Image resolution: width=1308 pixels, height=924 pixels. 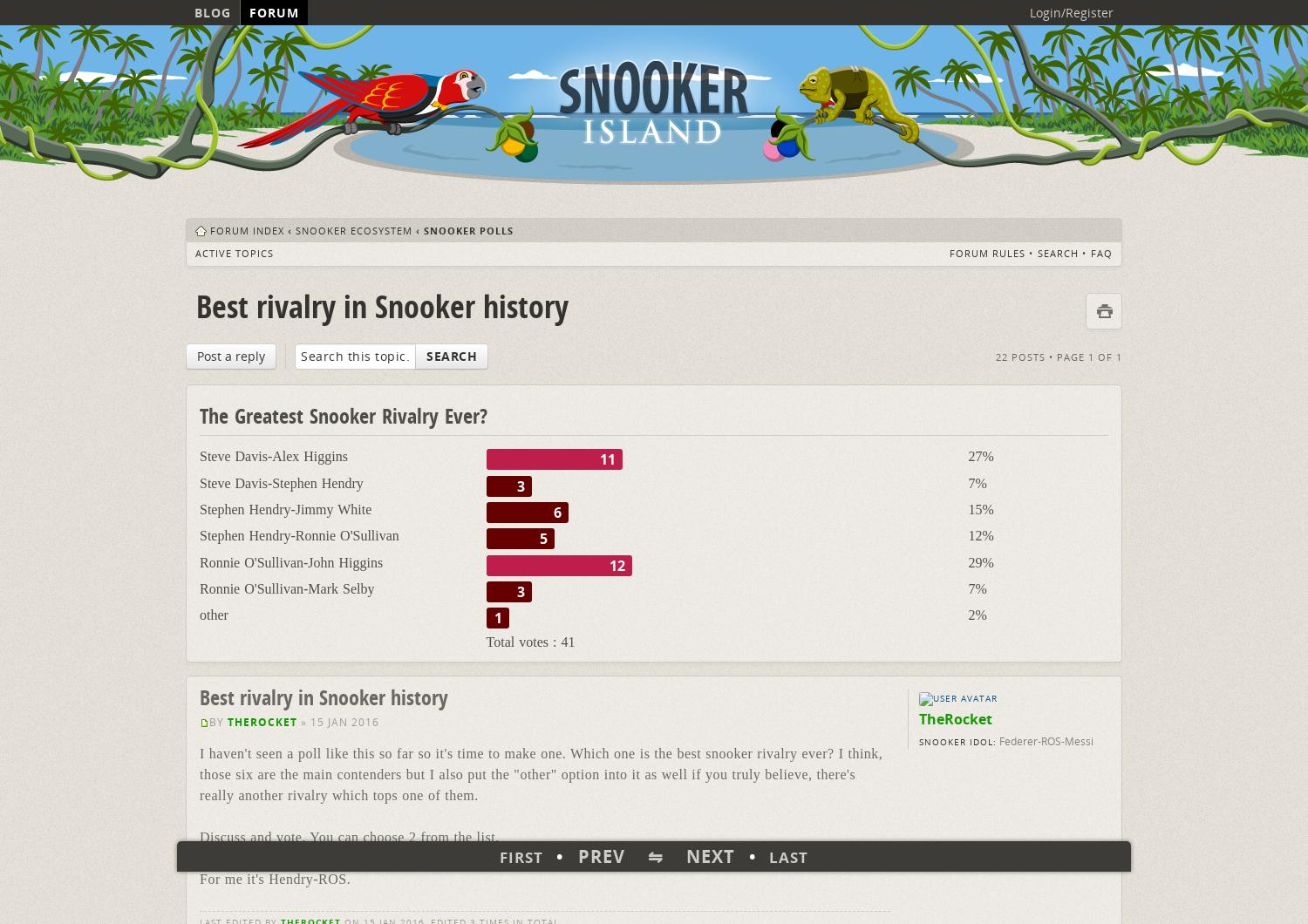 What do you see at coordinates (231, 354) in the screenshot?
I see `'Post a reply'` at bounding box center [231, 354].